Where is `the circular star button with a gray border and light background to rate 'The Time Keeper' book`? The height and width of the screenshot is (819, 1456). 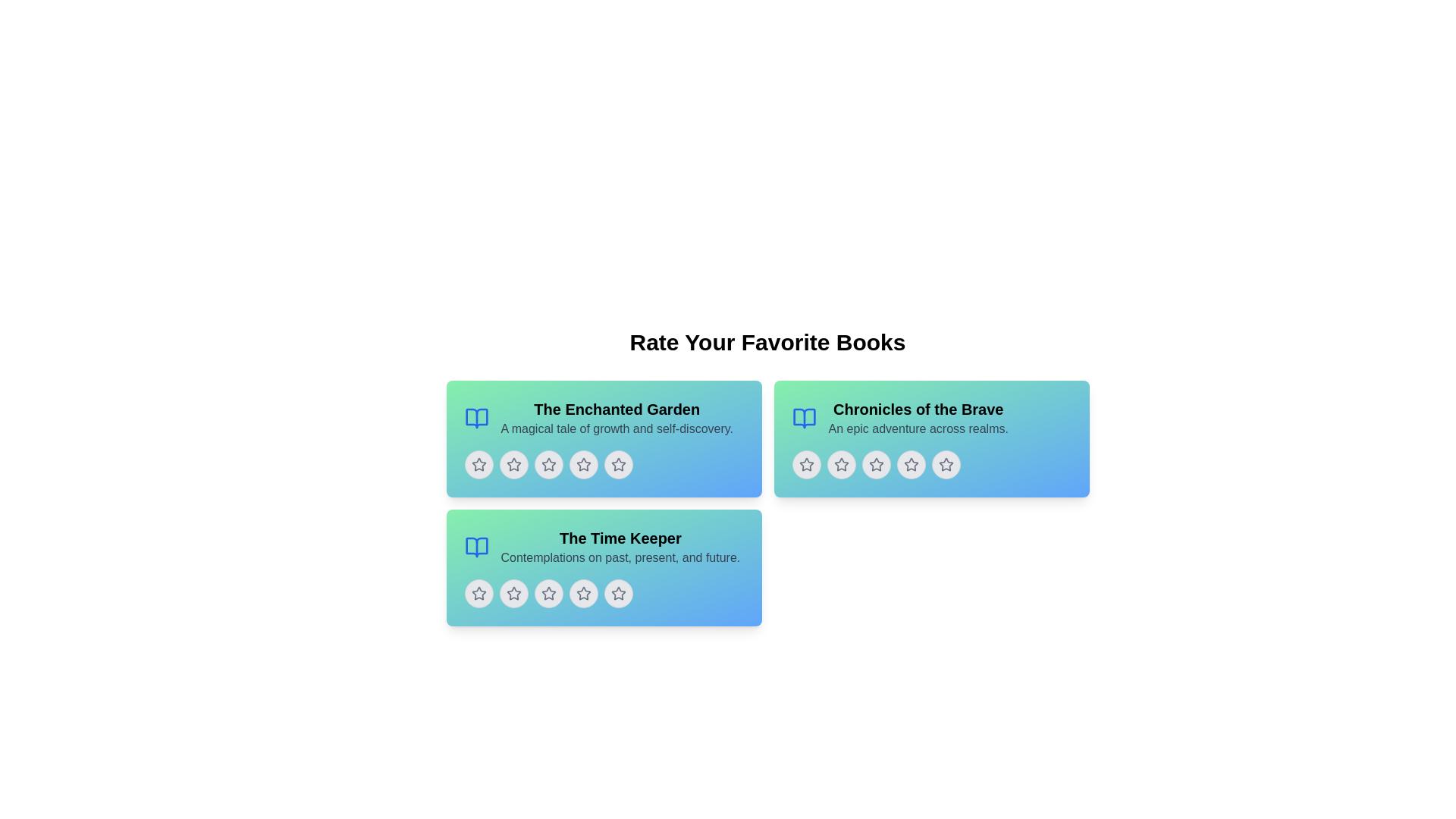
the circular star button with a gray border and light background to rate 'The Time Keeper' book is located at coordinates (582, 593).